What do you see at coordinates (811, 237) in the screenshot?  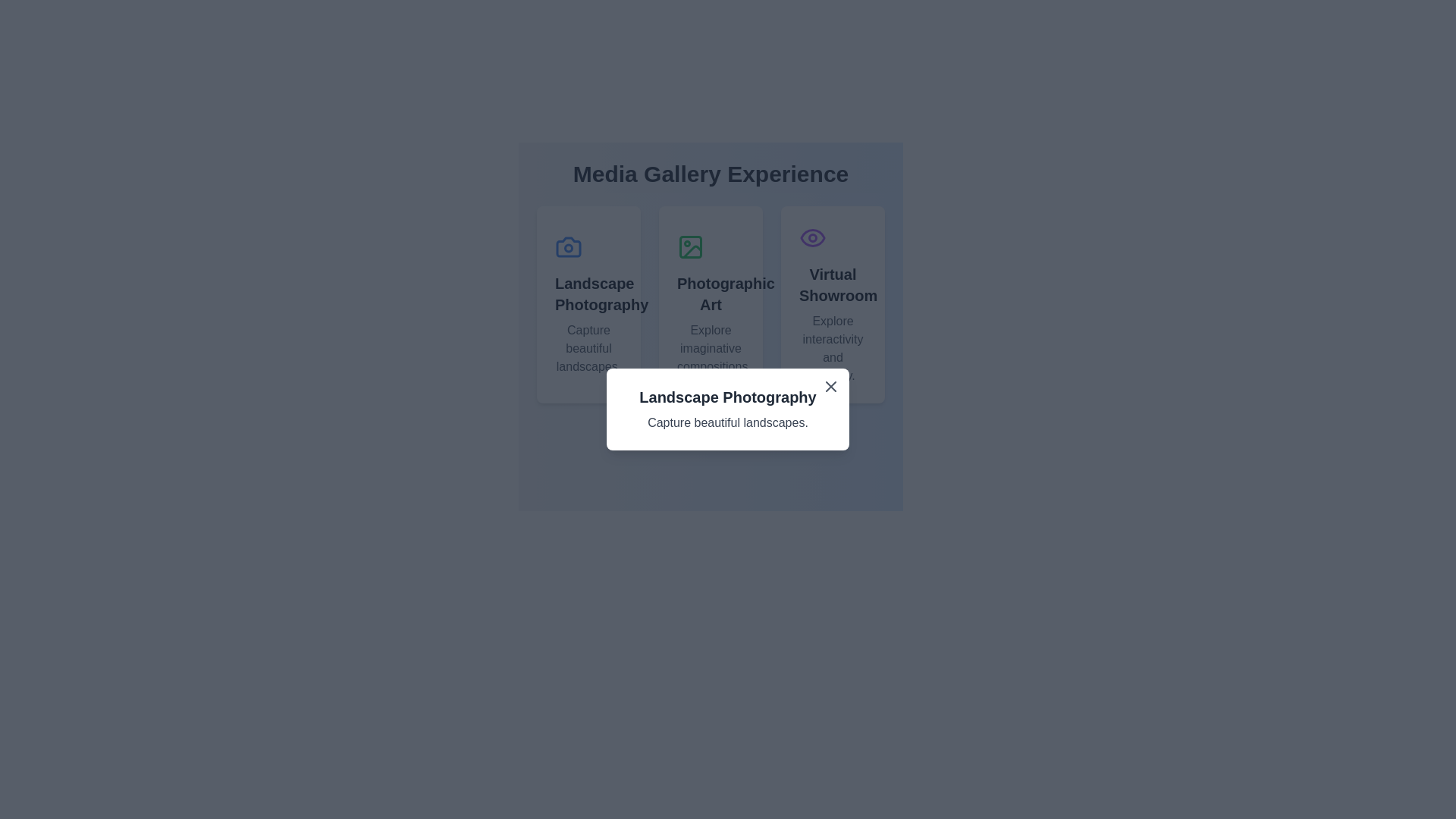 I see `the decorative vector graphic element representing the 'Virtual Showroom' feature, located in the third position from the left under 'Media Gallery Experience'` at bounding box center [811, 237].